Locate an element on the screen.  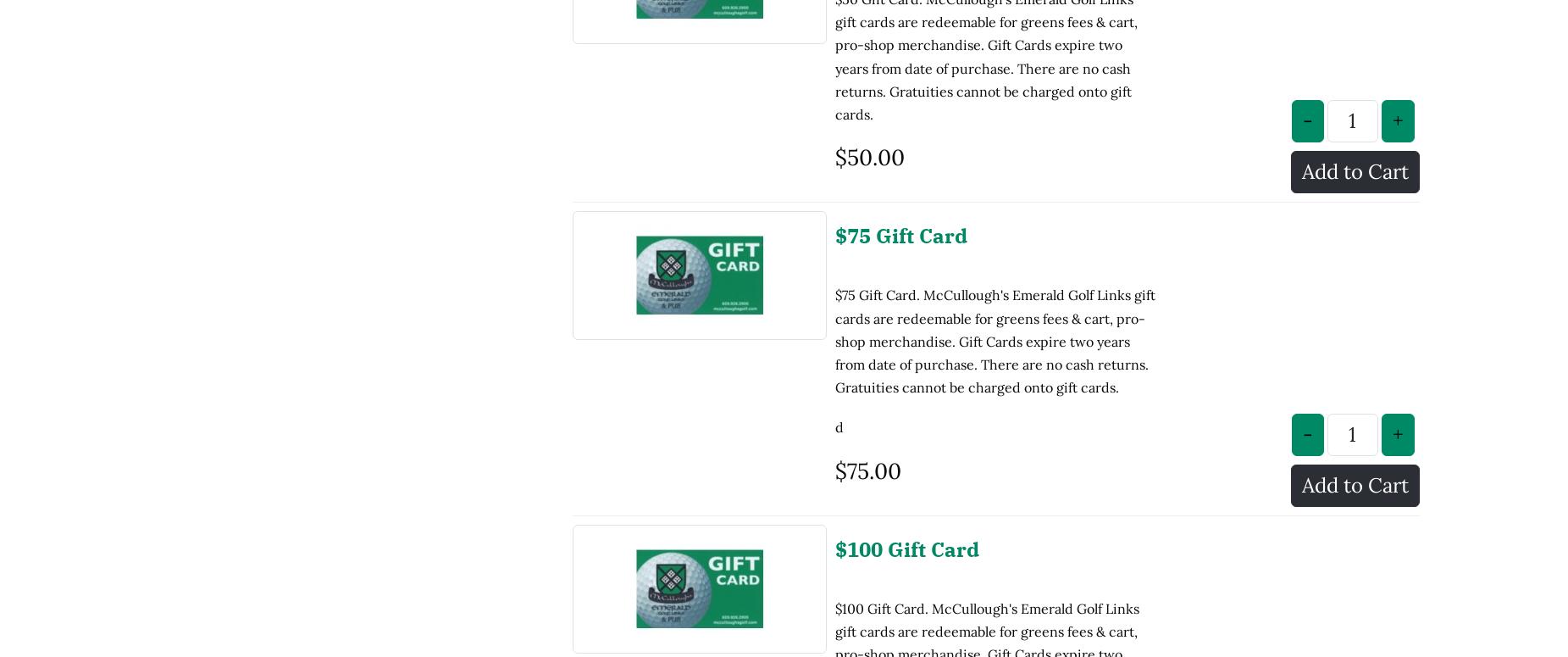
'$50.00' is located at coordinates (834, 17).